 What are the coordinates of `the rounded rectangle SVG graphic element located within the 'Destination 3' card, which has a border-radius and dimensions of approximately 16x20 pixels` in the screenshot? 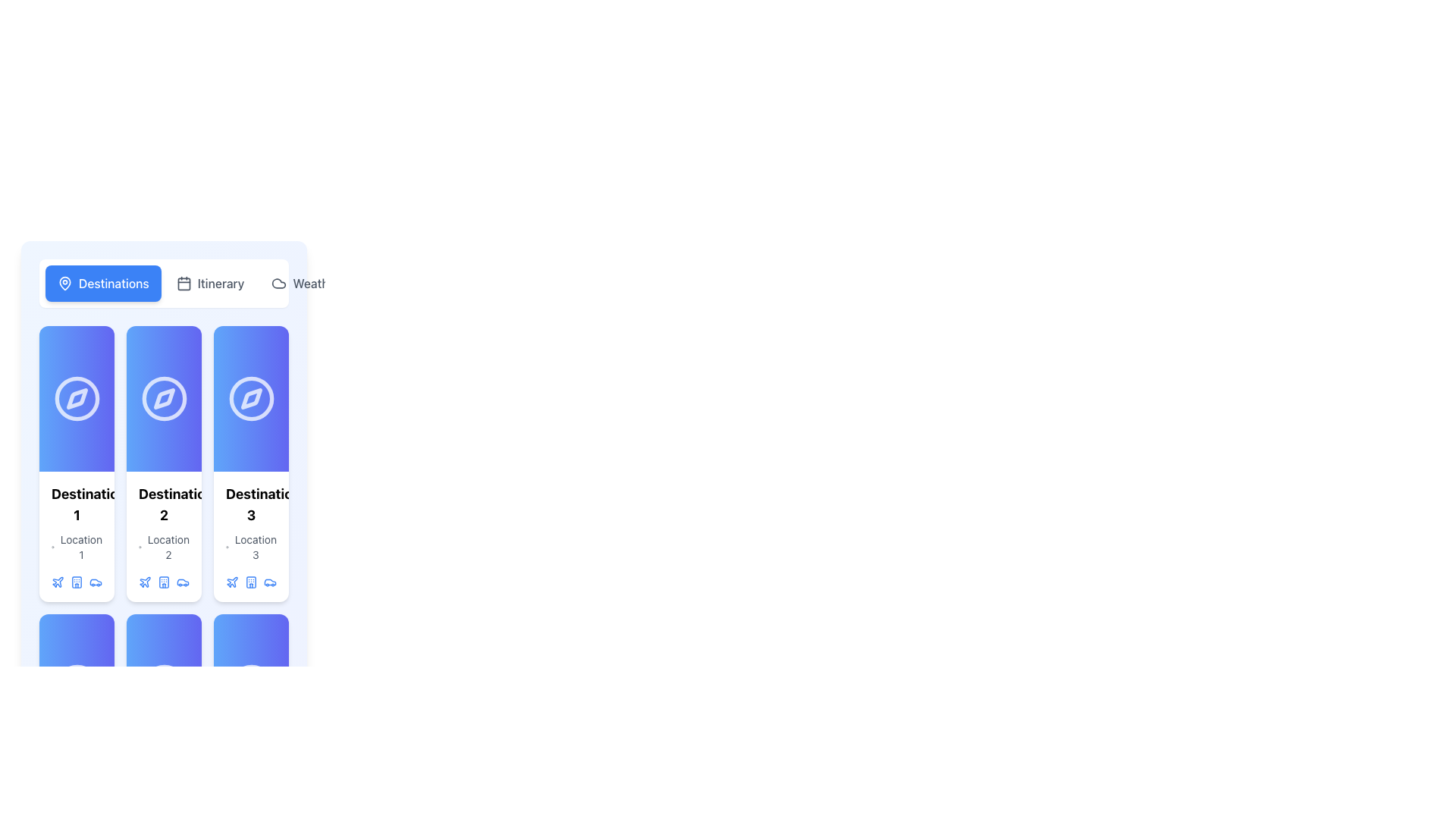 It's located at (251, 581).